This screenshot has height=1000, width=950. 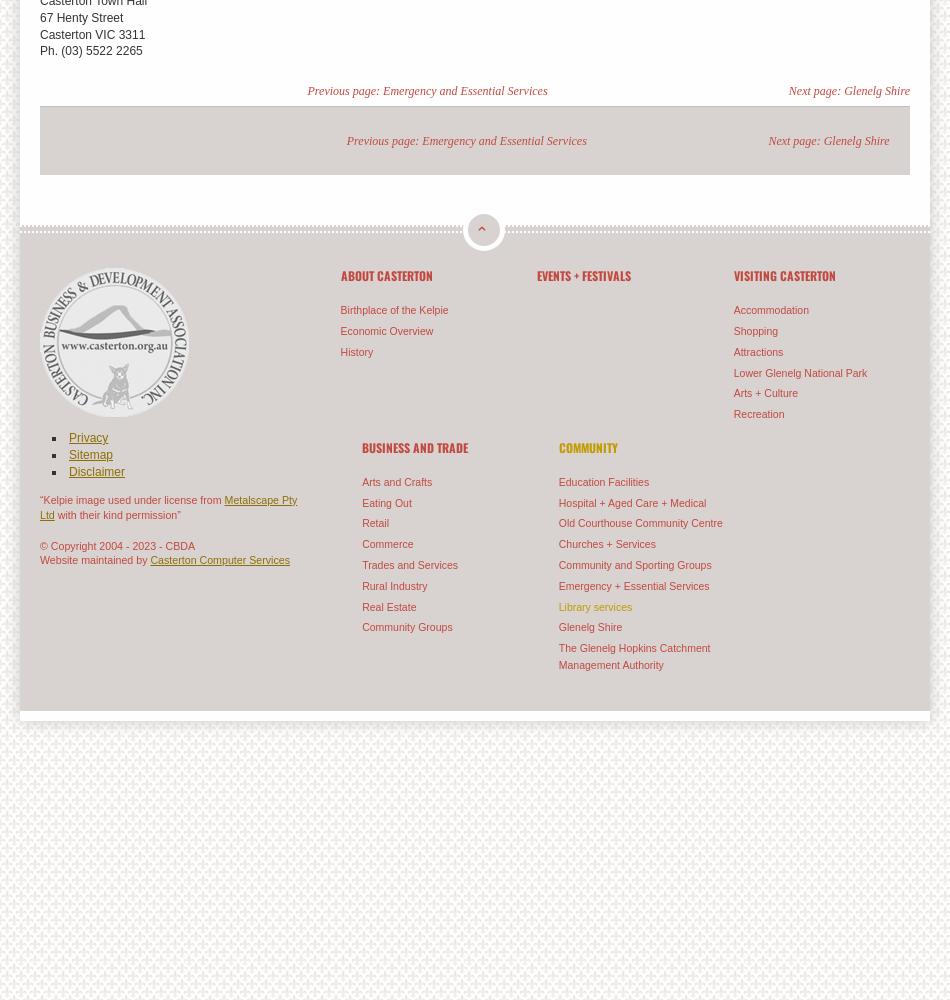 What do you see at coordinates (92, 34) in the screenshot?
I see `'Casterton VIC 3311'` at bounding box center [92, 34].